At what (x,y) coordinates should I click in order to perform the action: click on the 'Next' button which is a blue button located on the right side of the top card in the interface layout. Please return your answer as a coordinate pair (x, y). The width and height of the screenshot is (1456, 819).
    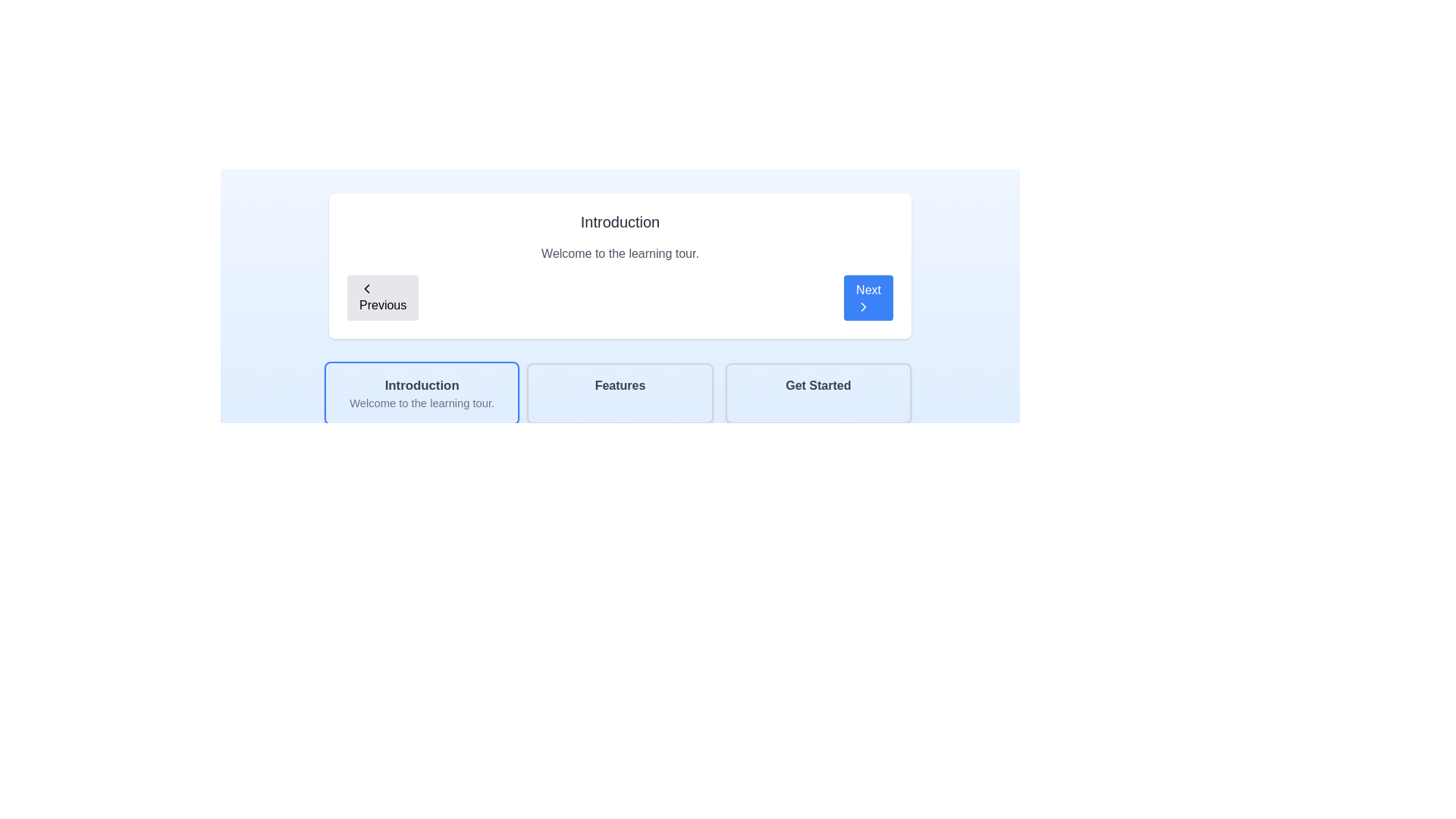
    Looking at the image, I should click on (864, 307).